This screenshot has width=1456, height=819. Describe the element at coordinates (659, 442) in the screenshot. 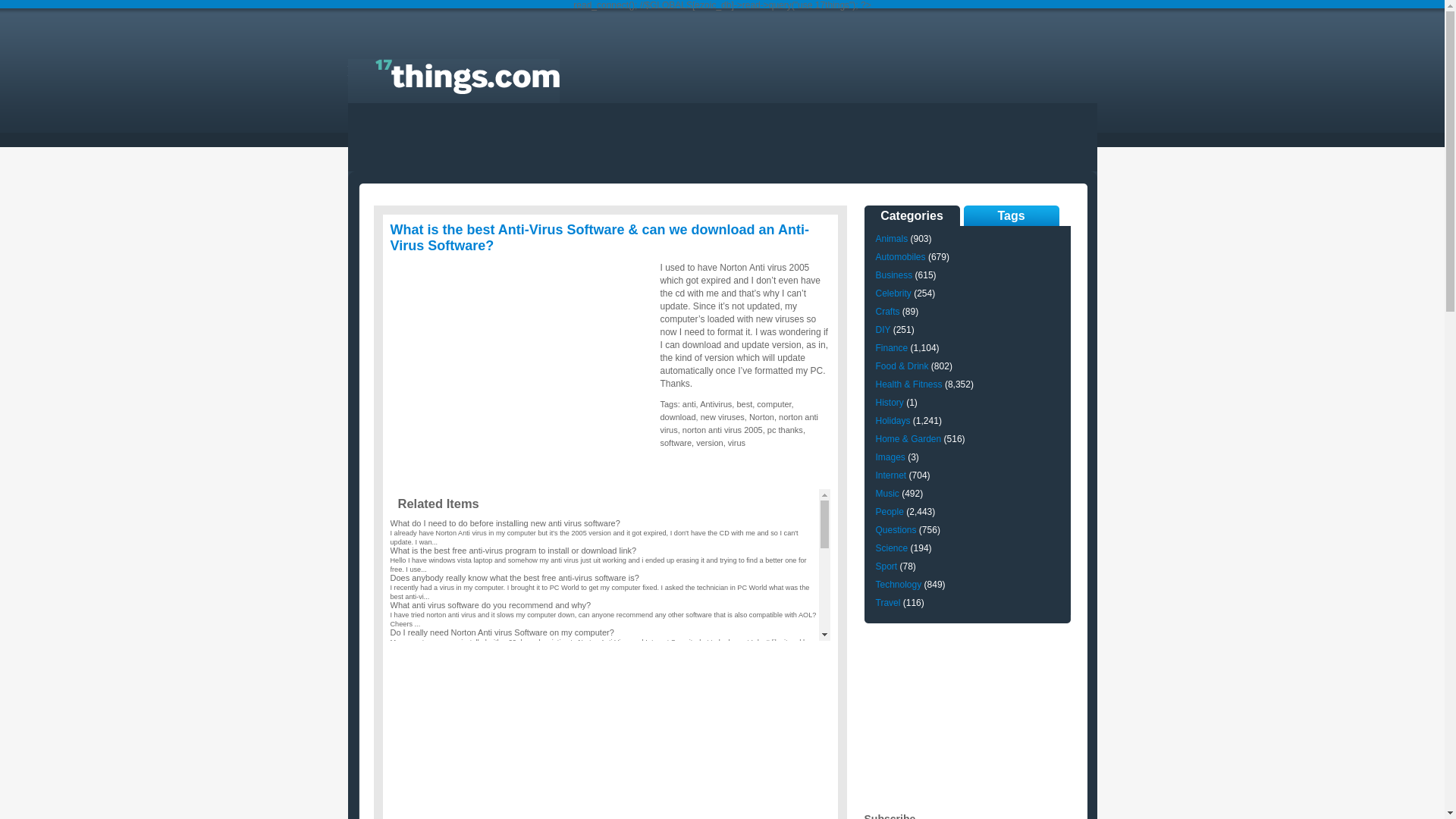

I see `'software'` at that location.